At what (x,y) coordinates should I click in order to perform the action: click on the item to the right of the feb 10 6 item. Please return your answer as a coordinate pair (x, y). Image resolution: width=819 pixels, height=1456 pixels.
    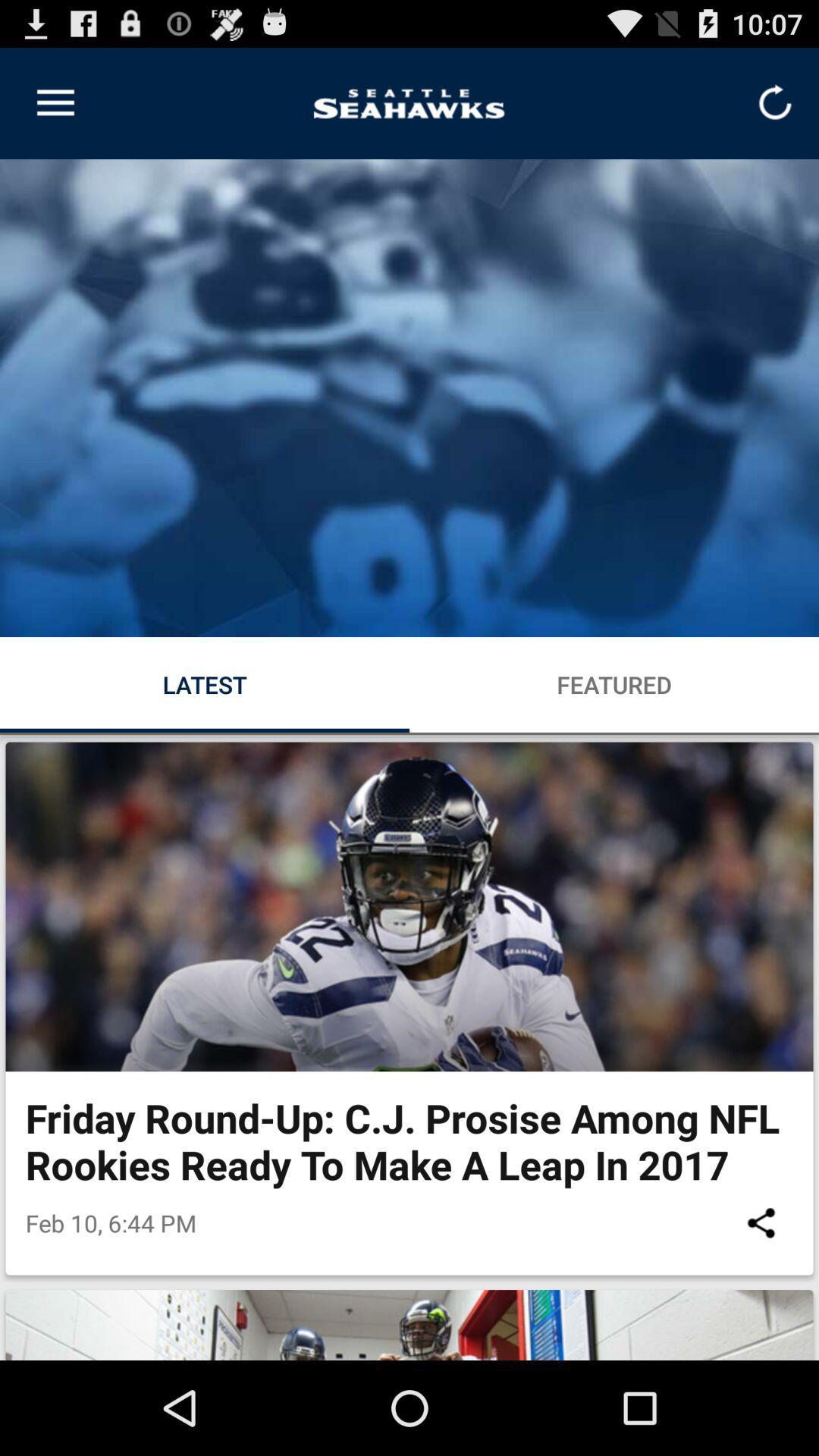
    Looking at the image, I should click on (761, 1222).